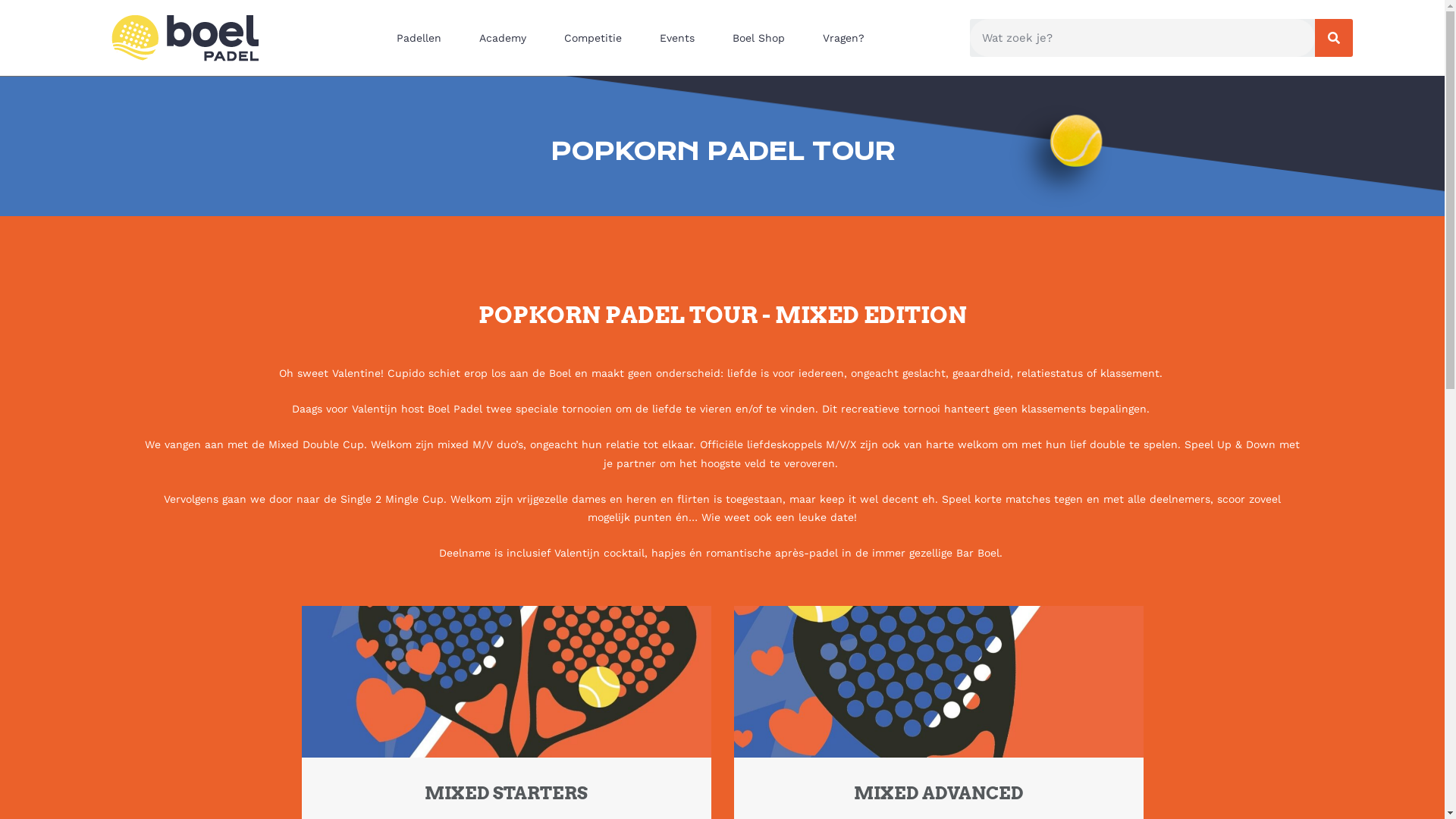 The image size is (1456, 819). What do you see at coordinates (679, 37) in the screenshot?
I see `'Events'` at bounding box center [679, 37].